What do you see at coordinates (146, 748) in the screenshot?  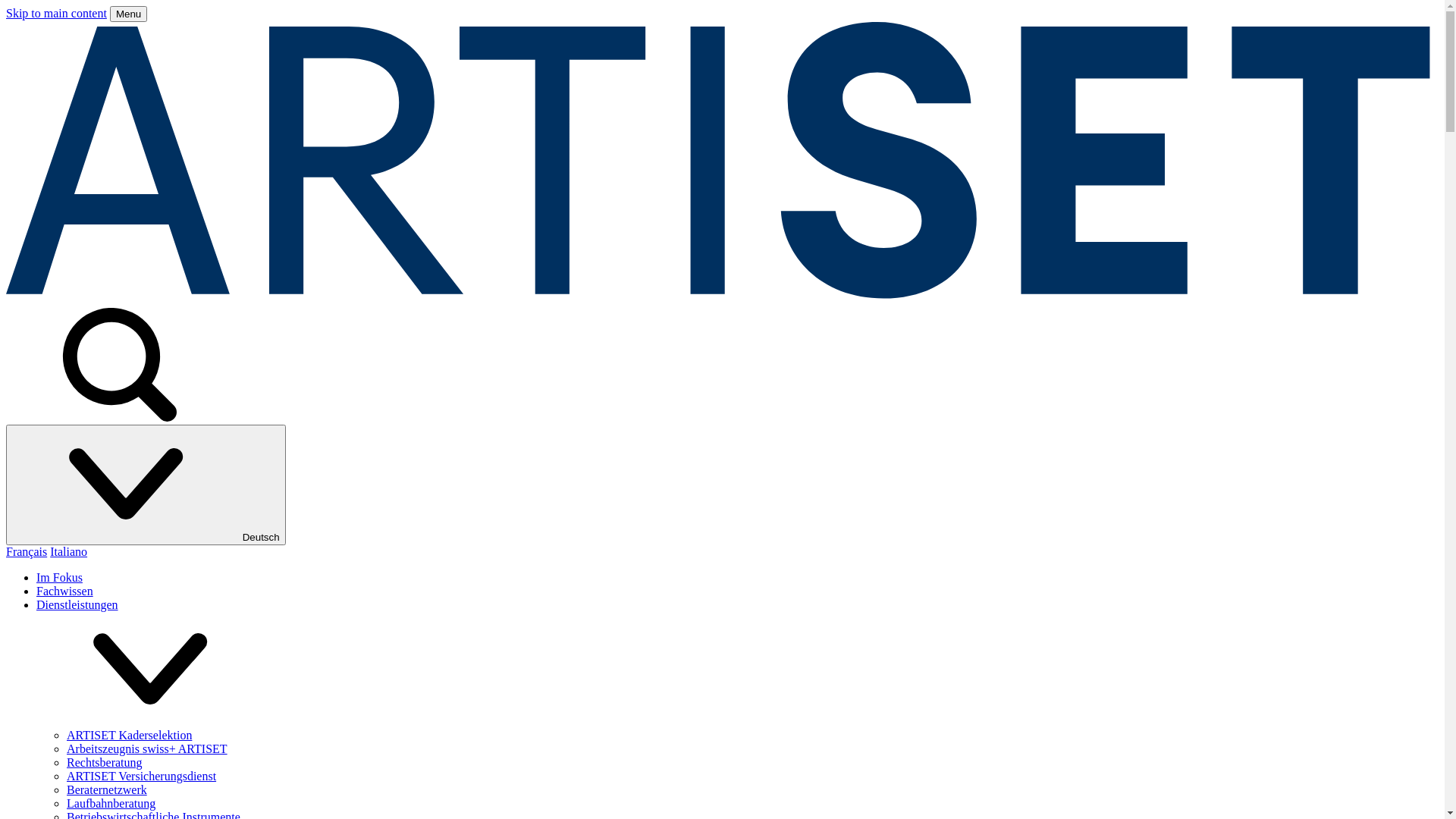 I see `'Arbeitszeugnis swiss+ ARTISET'` at bounding box center [146, 748].